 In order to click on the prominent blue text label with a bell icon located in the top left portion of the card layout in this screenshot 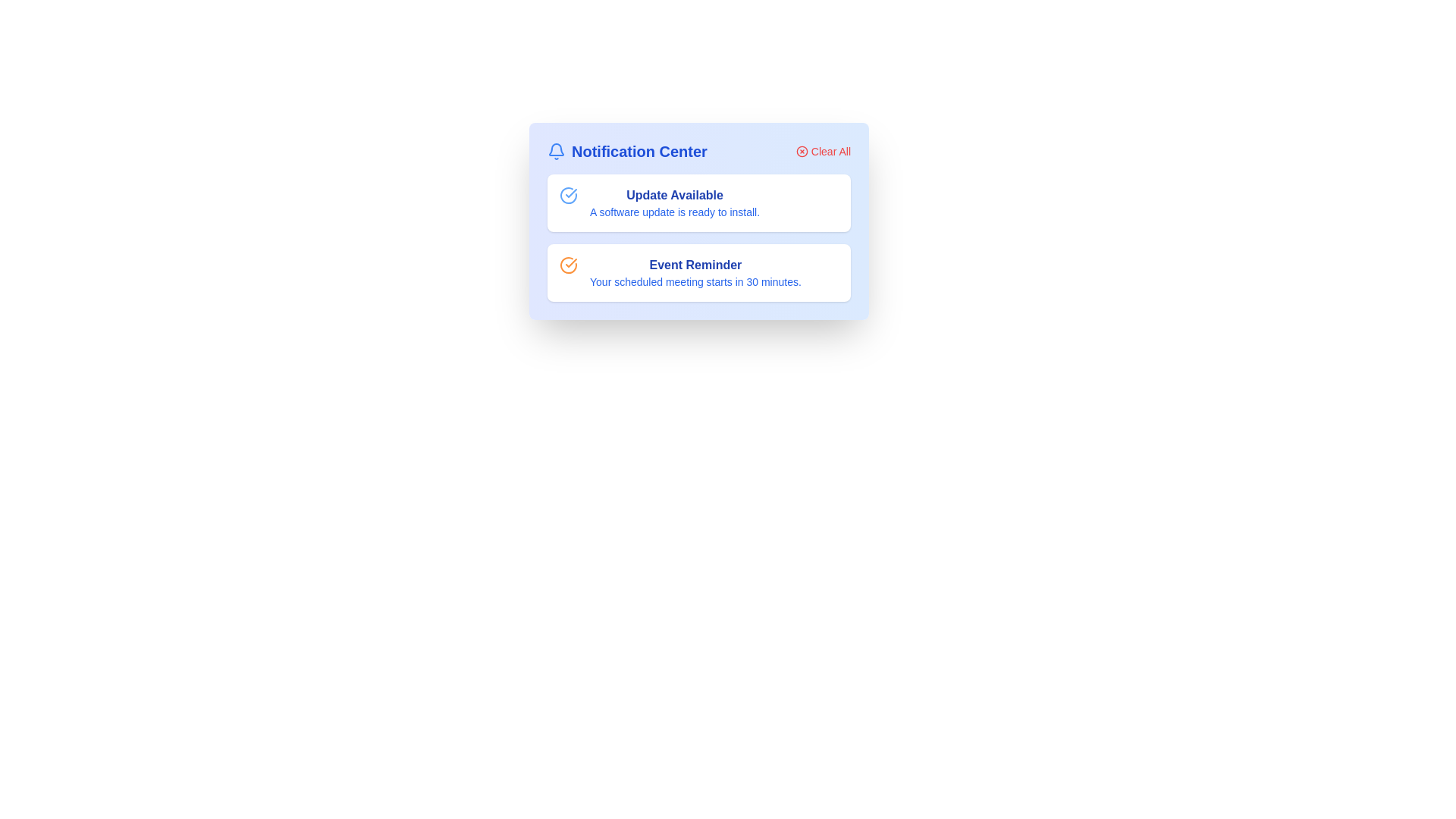, I will do `click(627, 152)`.